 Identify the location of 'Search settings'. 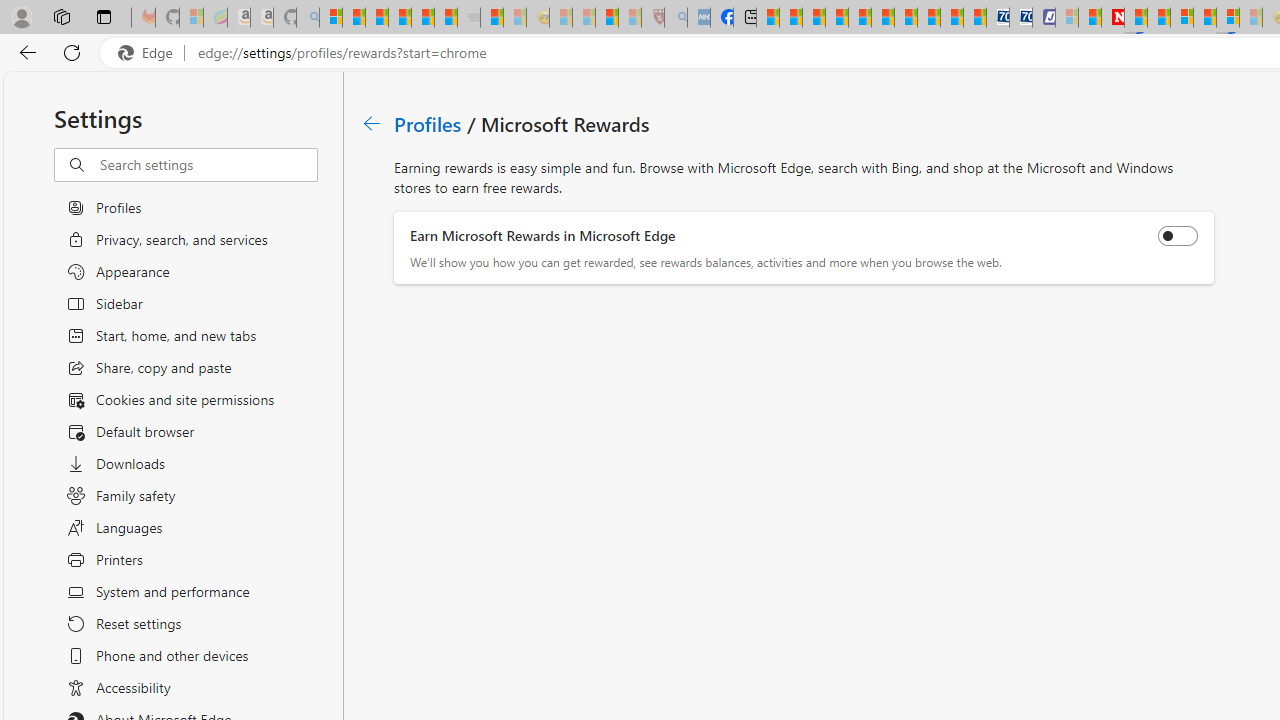
(208, 164).